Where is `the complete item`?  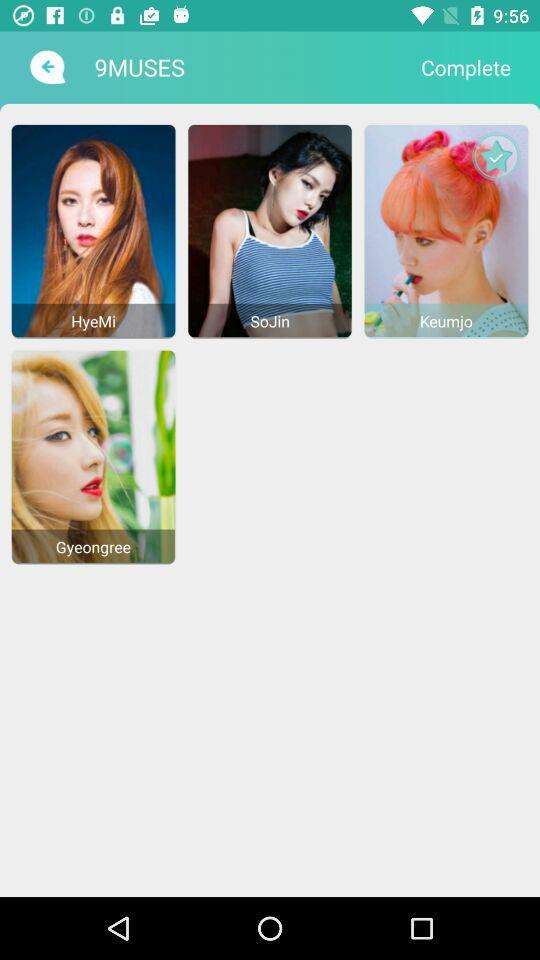
the complete item is located at coordinates (466, 67).